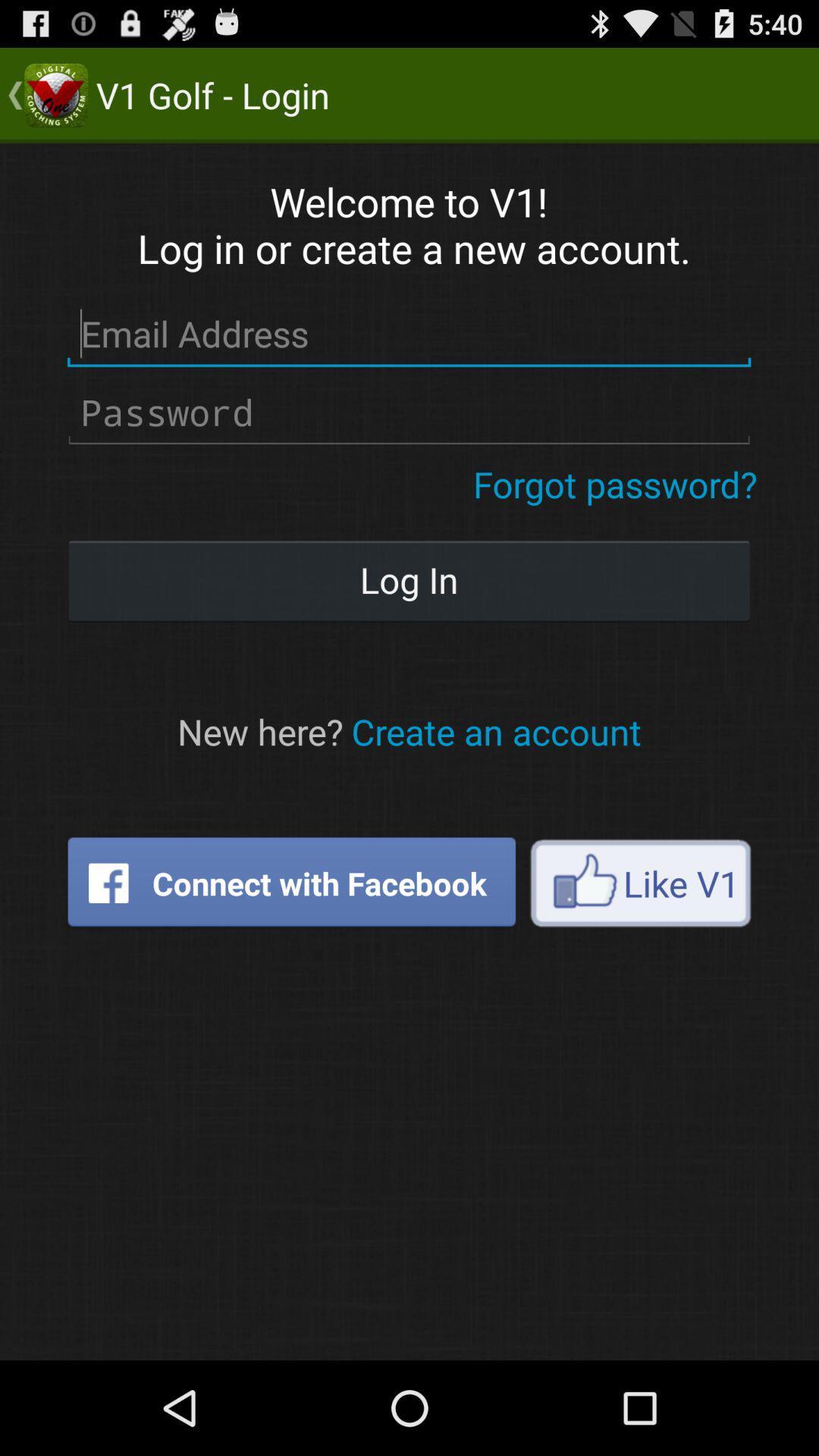 The height and width of the screenshot is (1456, 819). I want to click on the icon below the new here? icon, so click(291, 883).